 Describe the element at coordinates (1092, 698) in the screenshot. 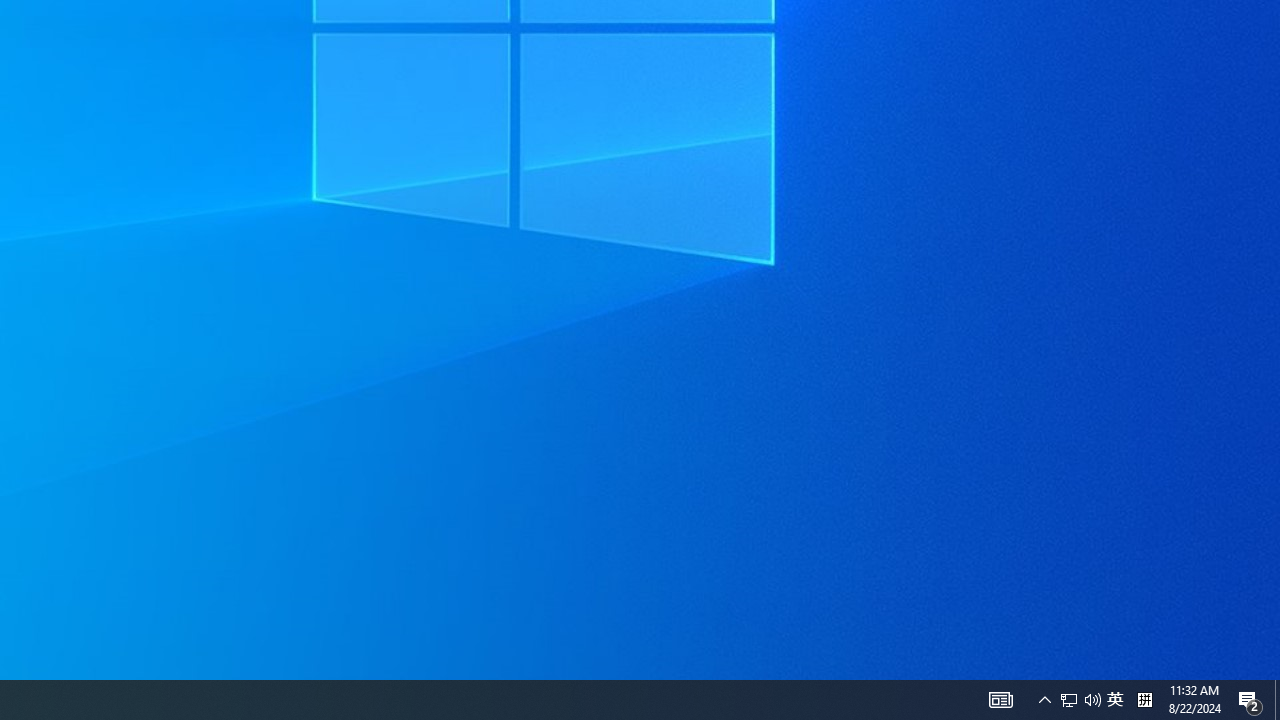

I see `'User Promoted Notification Area'` at that location.